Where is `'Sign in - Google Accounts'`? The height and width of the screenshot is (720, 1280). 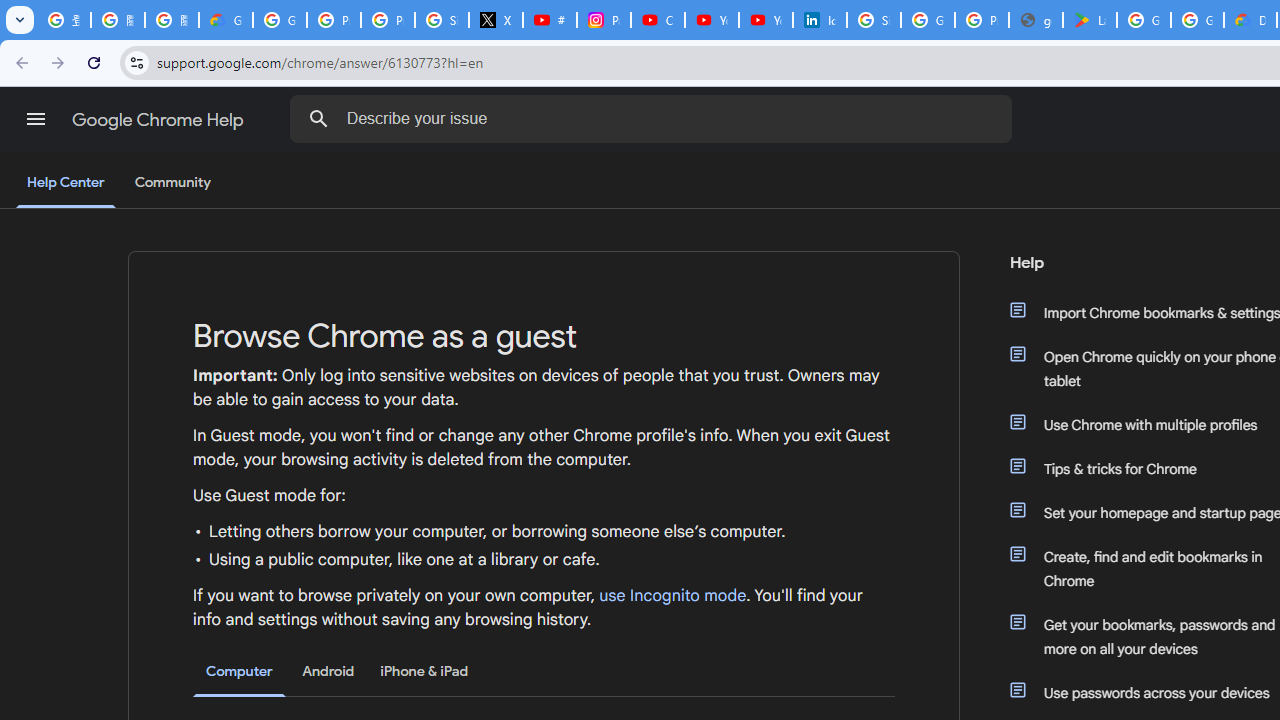 'Sign in - Google Accounts' is located at coordinates (874, 20).